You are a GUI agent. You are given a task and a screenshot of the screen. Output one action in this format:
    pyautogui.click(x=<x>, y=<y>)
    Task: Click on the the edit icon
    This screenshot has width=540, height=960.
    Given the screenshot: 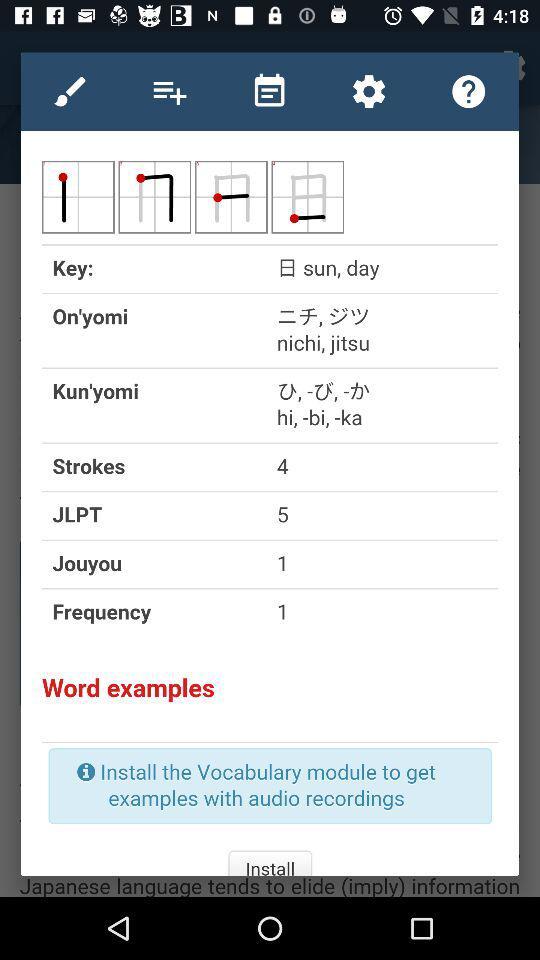 What is the action you would take?
    pyautogui.click(x=69, y=98)
    